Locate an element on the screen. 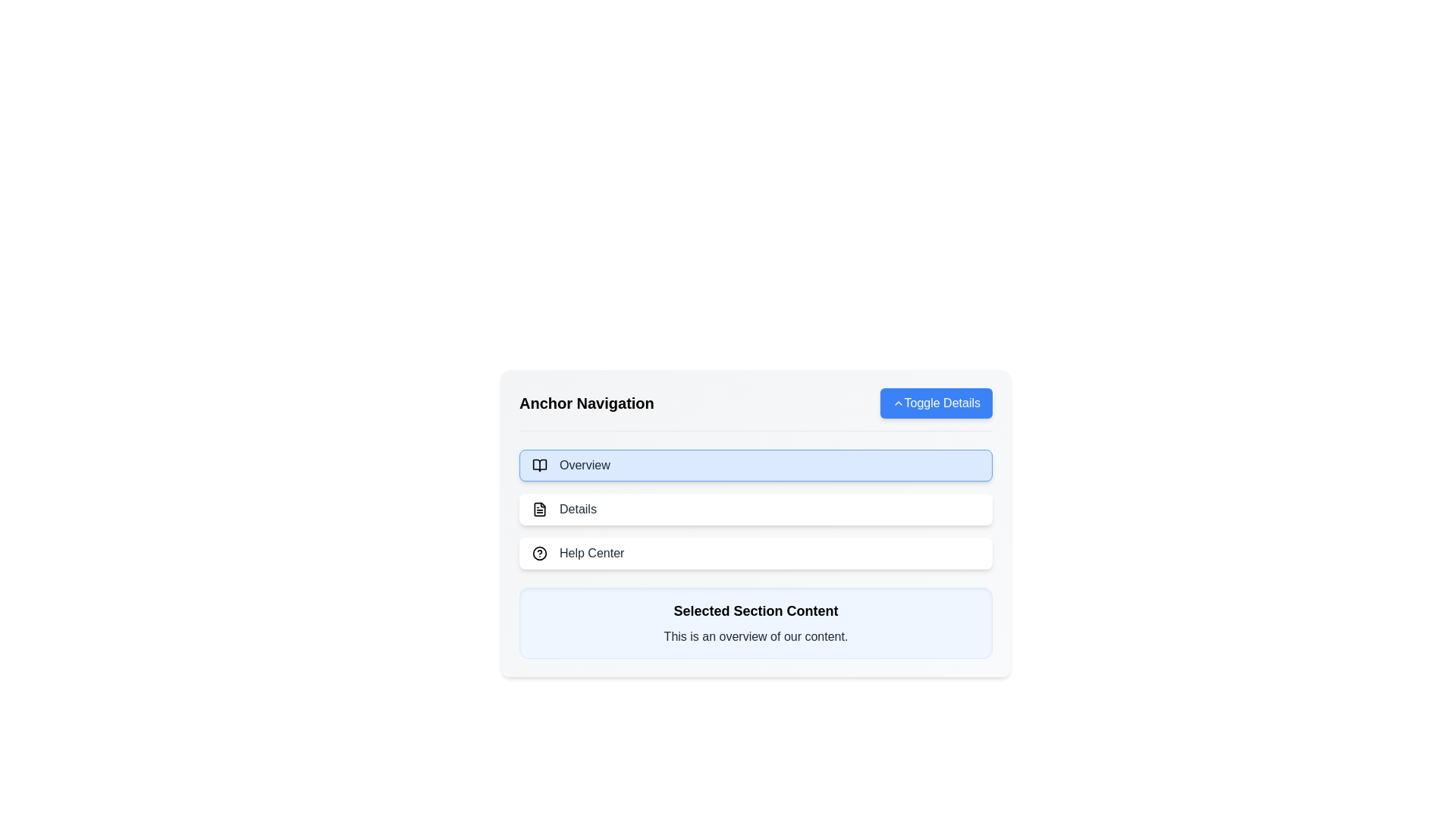 This screenshot has width=1456, height=819. the 'Overview' icon in the navigation menu, which visually indicates the option and is positioned next to the 'Overview' label is located at coordinates (539, 464).